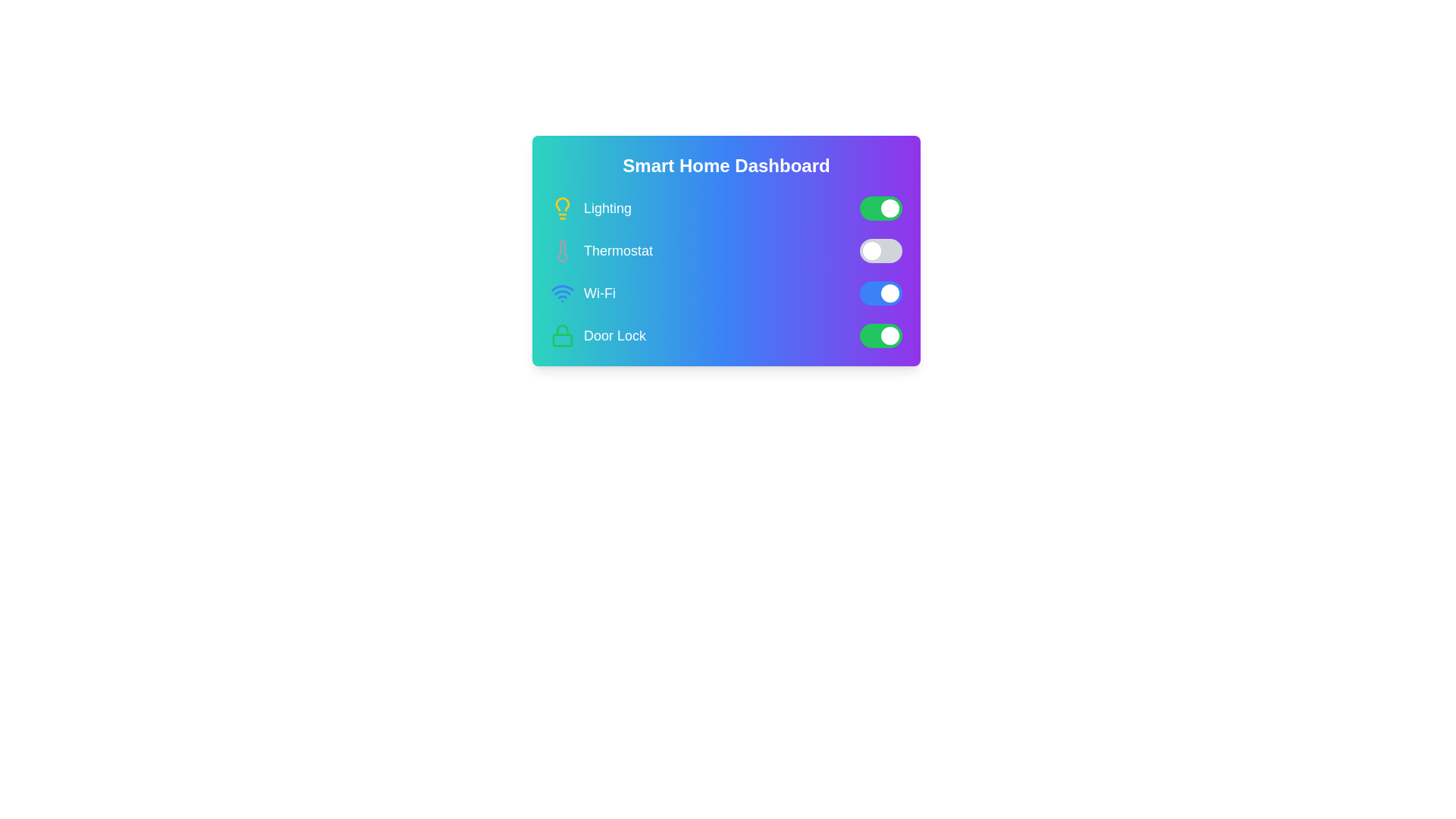  Describe the element at coordinates (562, 250) in the screenshot. I see `the thermometer icon located to the left of the 'Thermostat' text in the second row of the Smart Home Dashboard` at that location.